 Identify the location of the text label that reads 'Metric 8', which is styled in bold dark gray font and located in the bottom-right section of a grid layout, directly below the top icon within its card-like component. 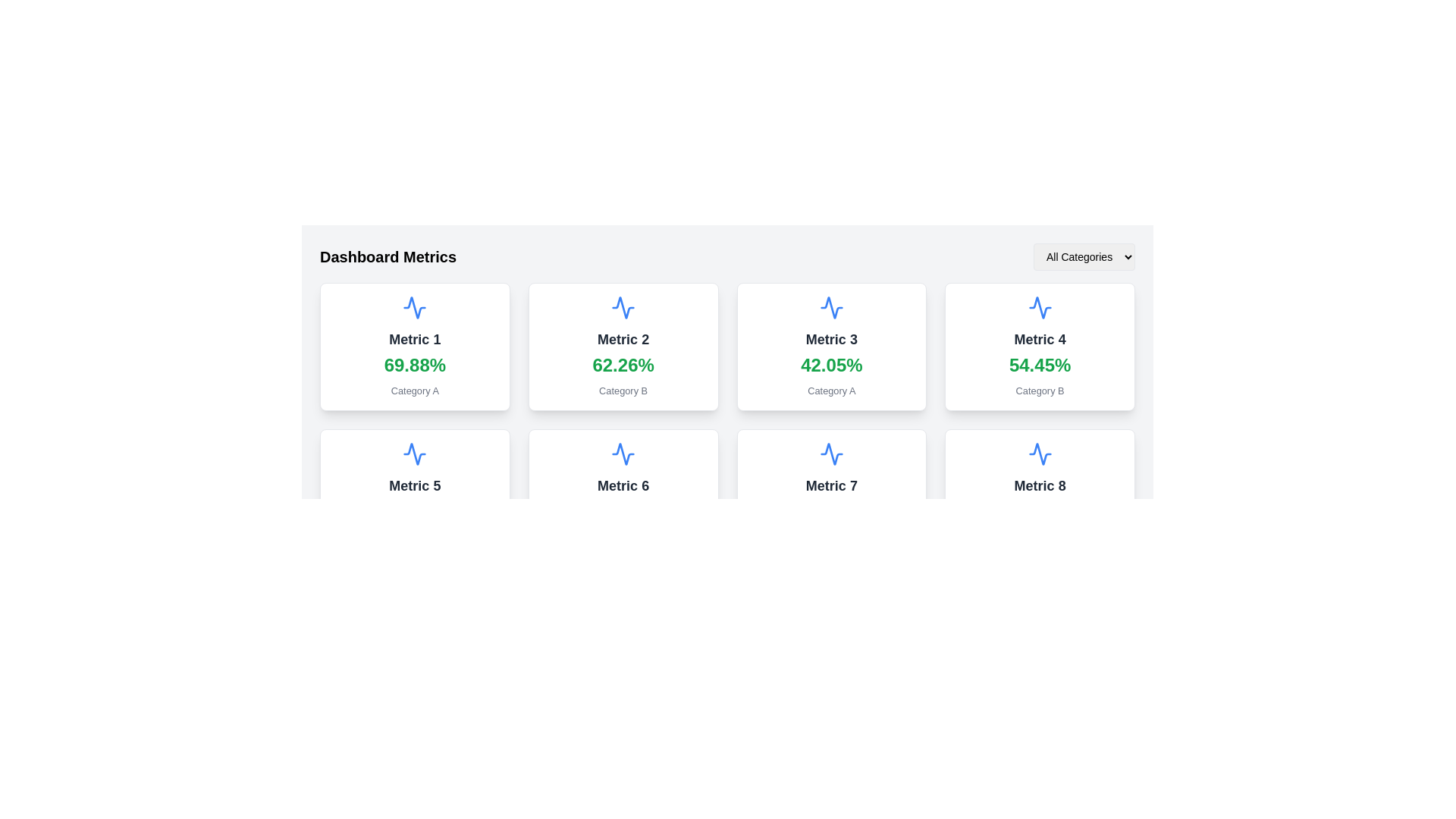
(1039, 486).